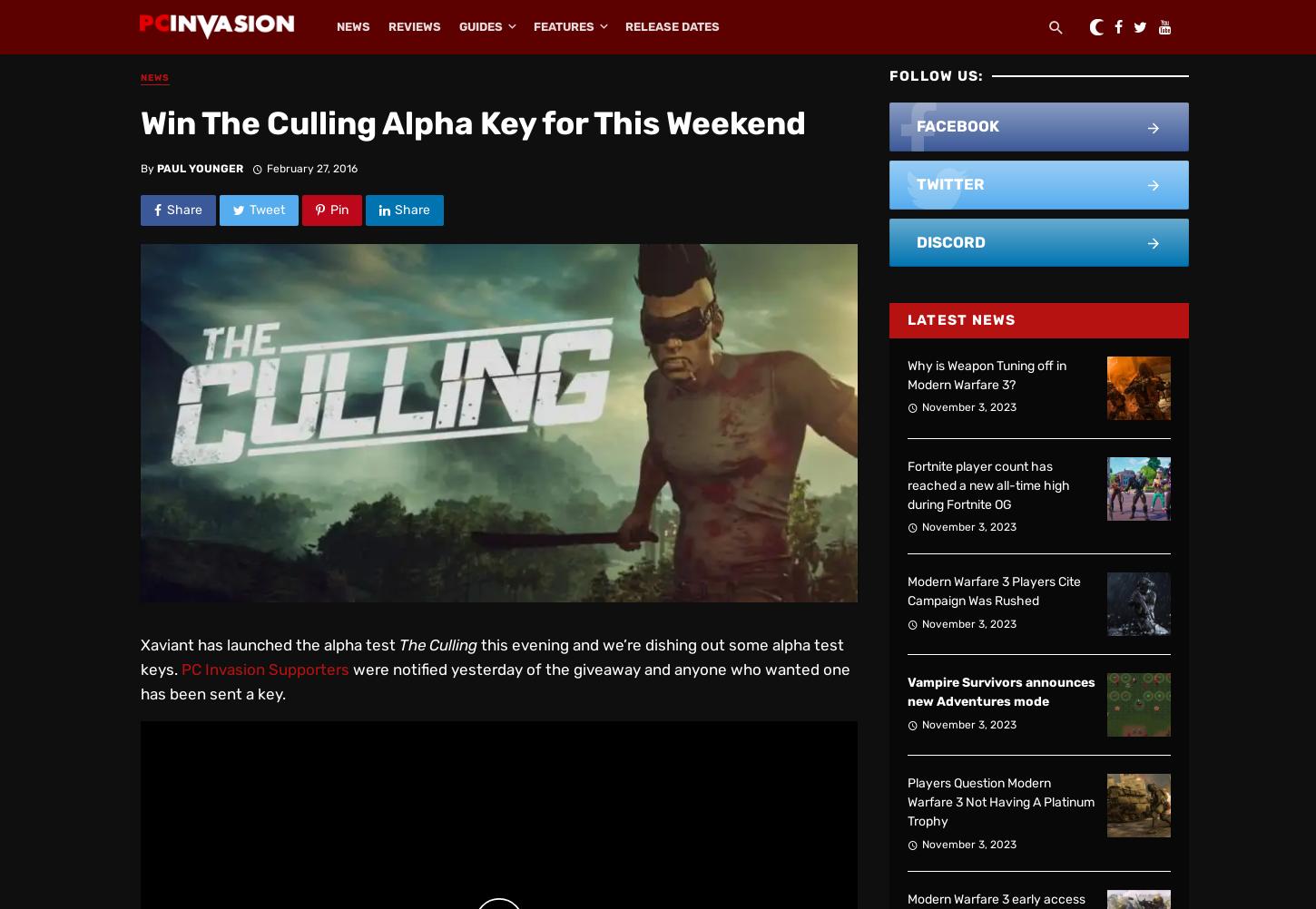 The height and width of the screenshot is (909, 1316). I want to click on 'Latest News', so click(961, 320).